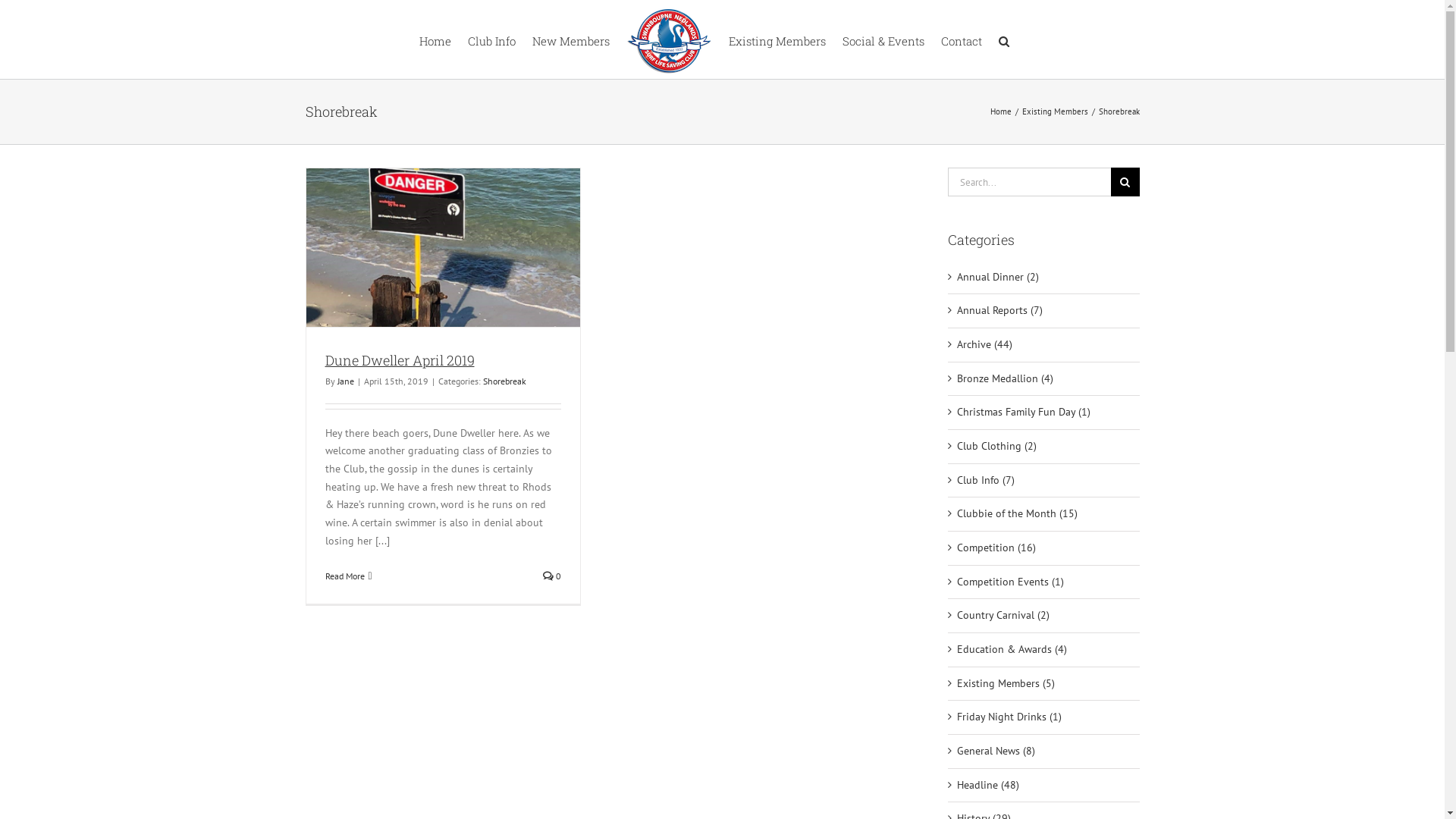 The height and width of the screenshot is (819, 1456). Describe the element at coordinates (1043, 752) in the screenshot. I see `'General News (8)'` at that location.